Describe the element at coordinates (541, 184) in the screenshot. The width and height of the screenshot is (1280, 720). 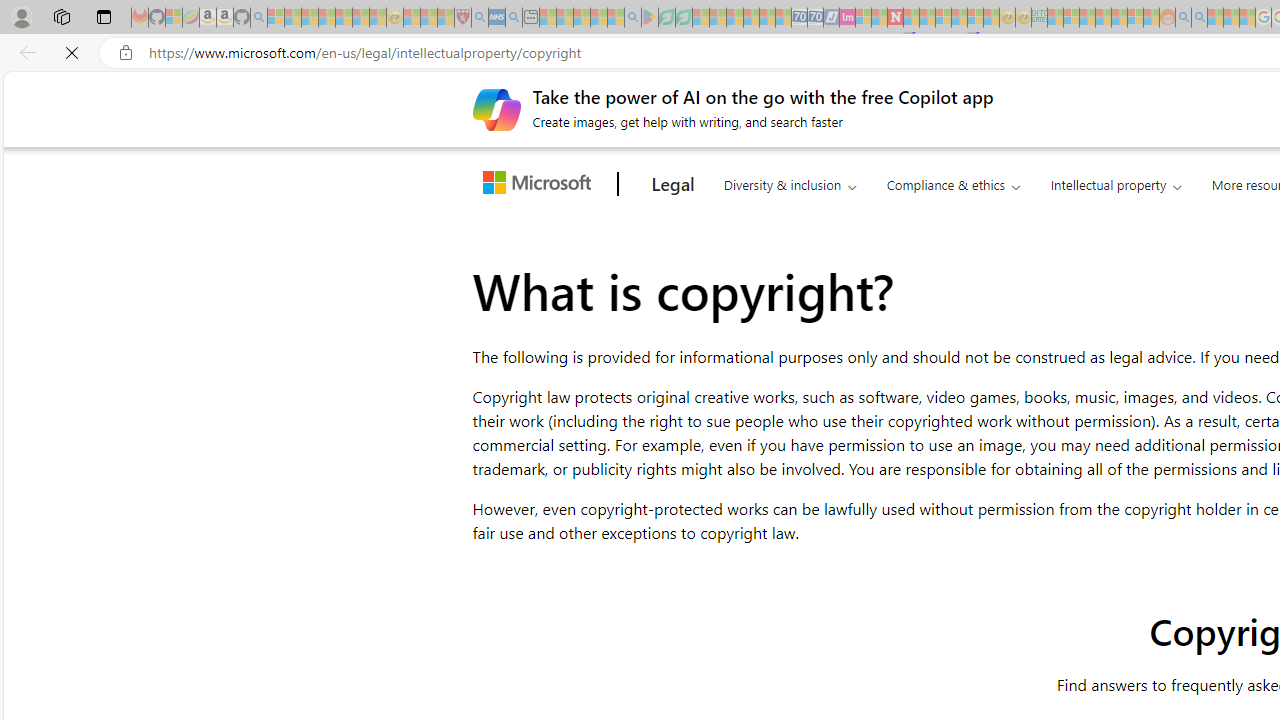
I see `'Microsoft'` at that location.